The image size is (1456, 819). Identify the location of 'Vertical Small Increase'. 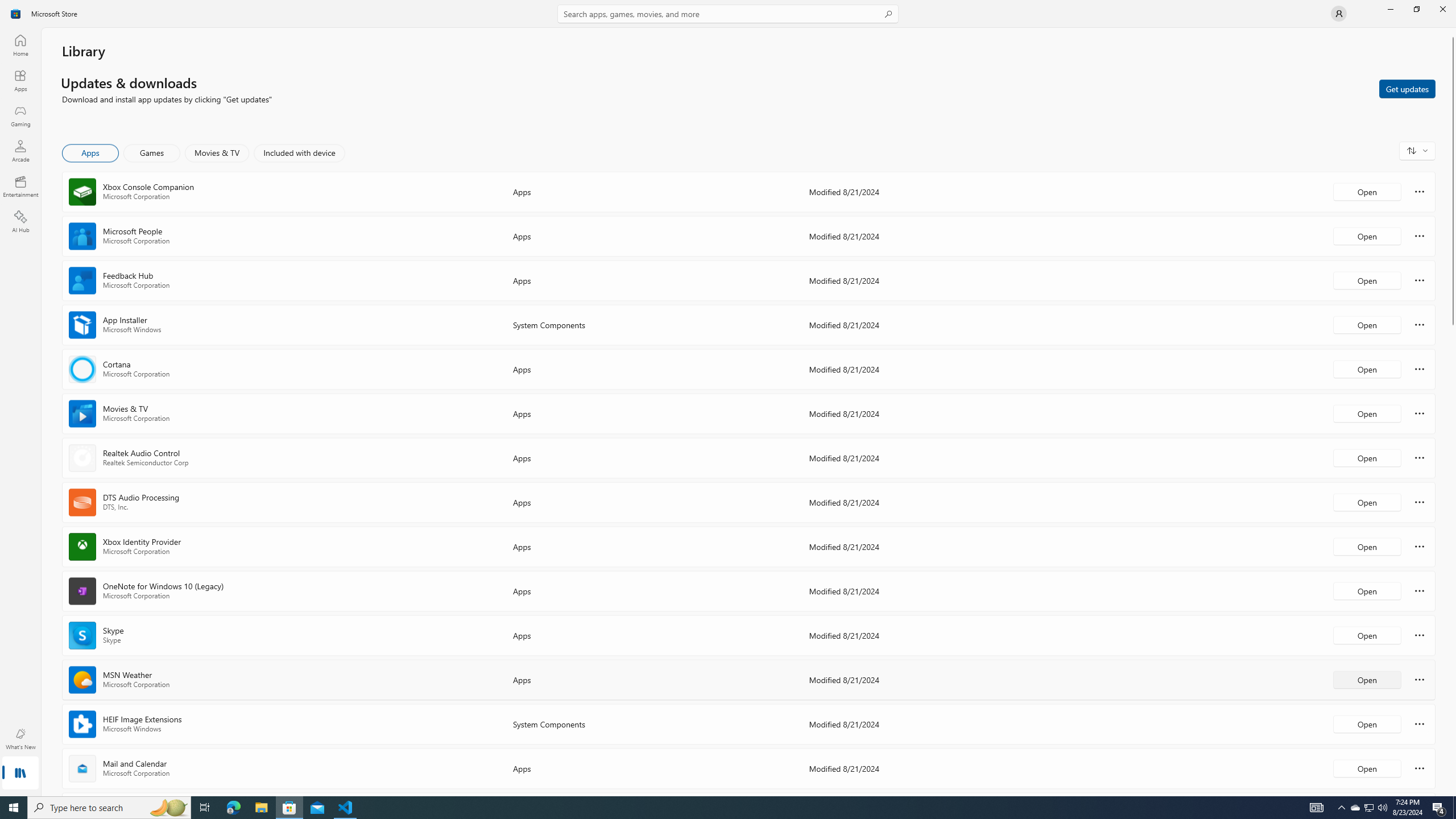
(1451, 792).